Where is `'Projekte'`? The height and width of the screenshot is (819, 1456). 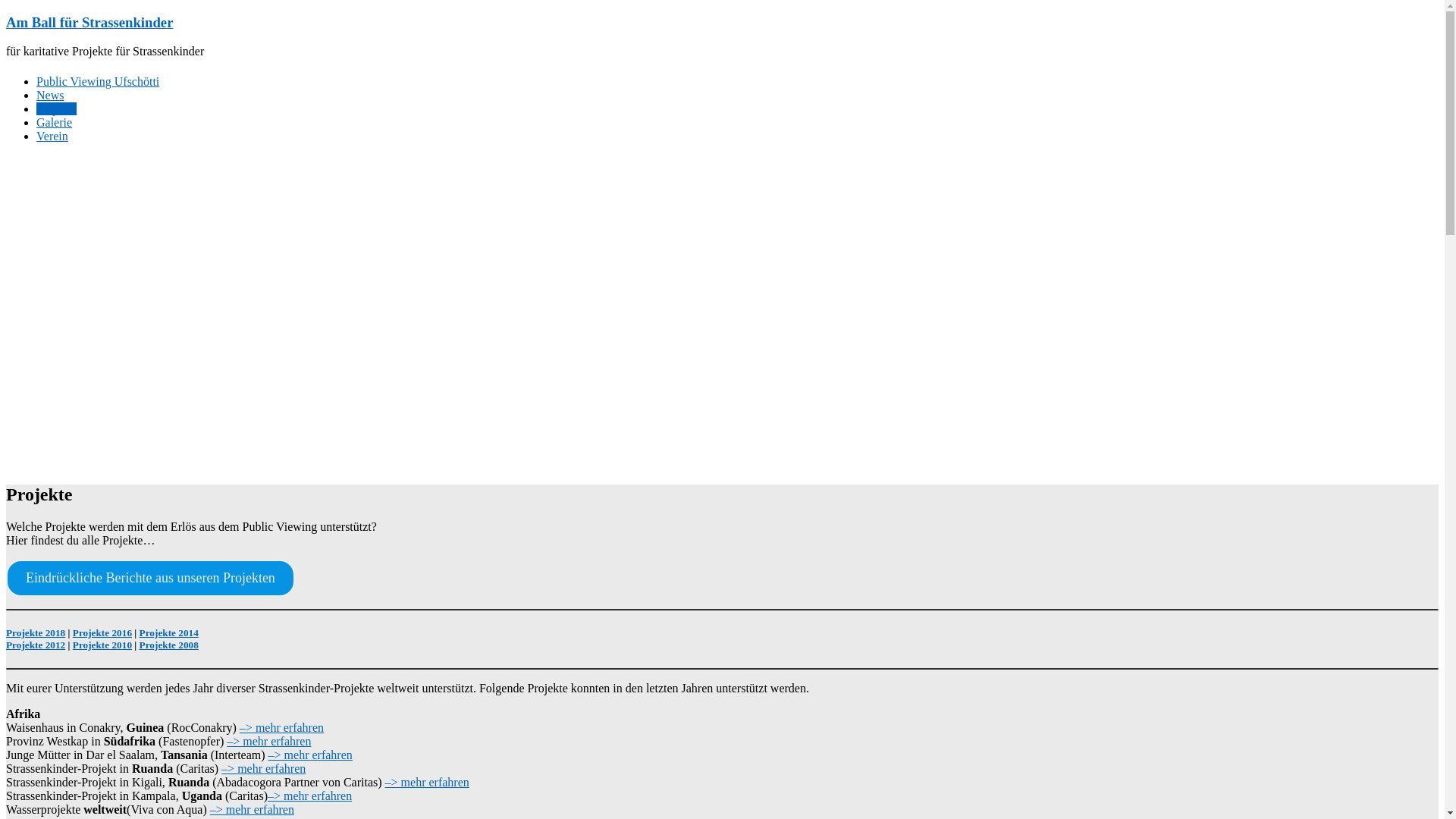
'Projekte' is located at coordinates (56, 108).